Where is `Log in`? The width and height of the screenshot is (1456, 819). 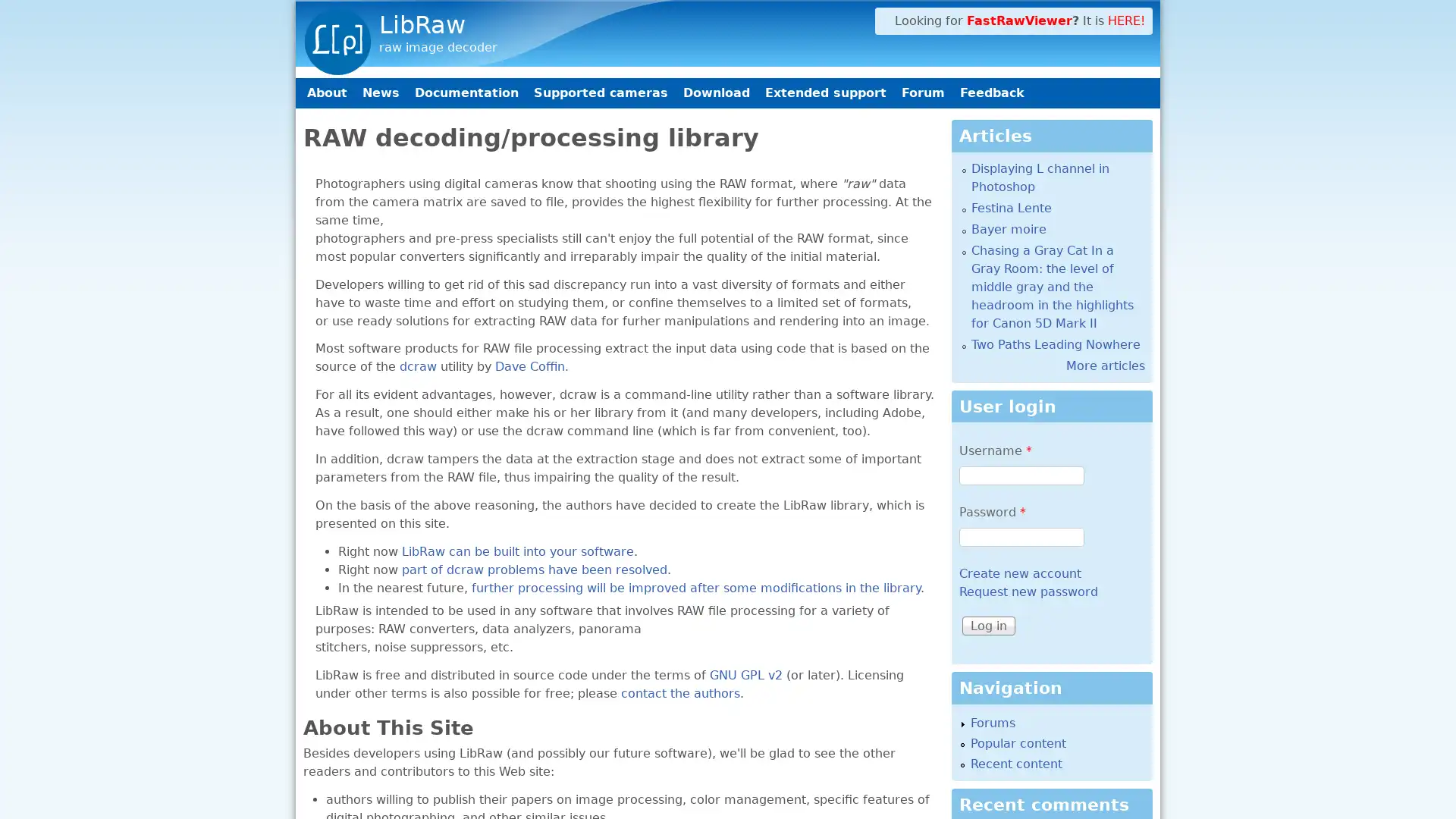 Log in is located at coordinates (989, 626).